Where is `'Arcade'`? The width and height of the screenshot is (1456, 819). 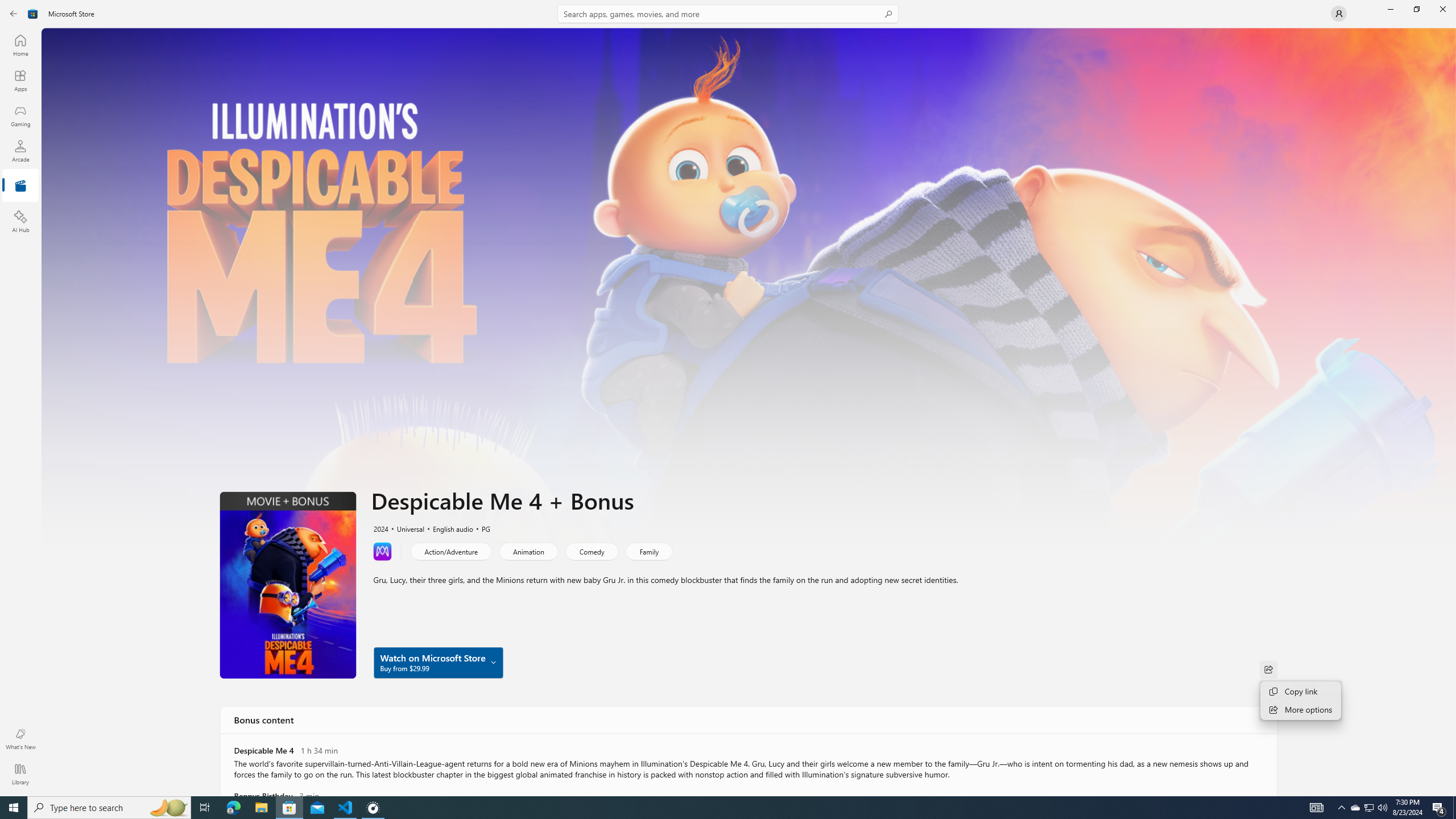 'Arcade' is located at coordinates (19, 150).